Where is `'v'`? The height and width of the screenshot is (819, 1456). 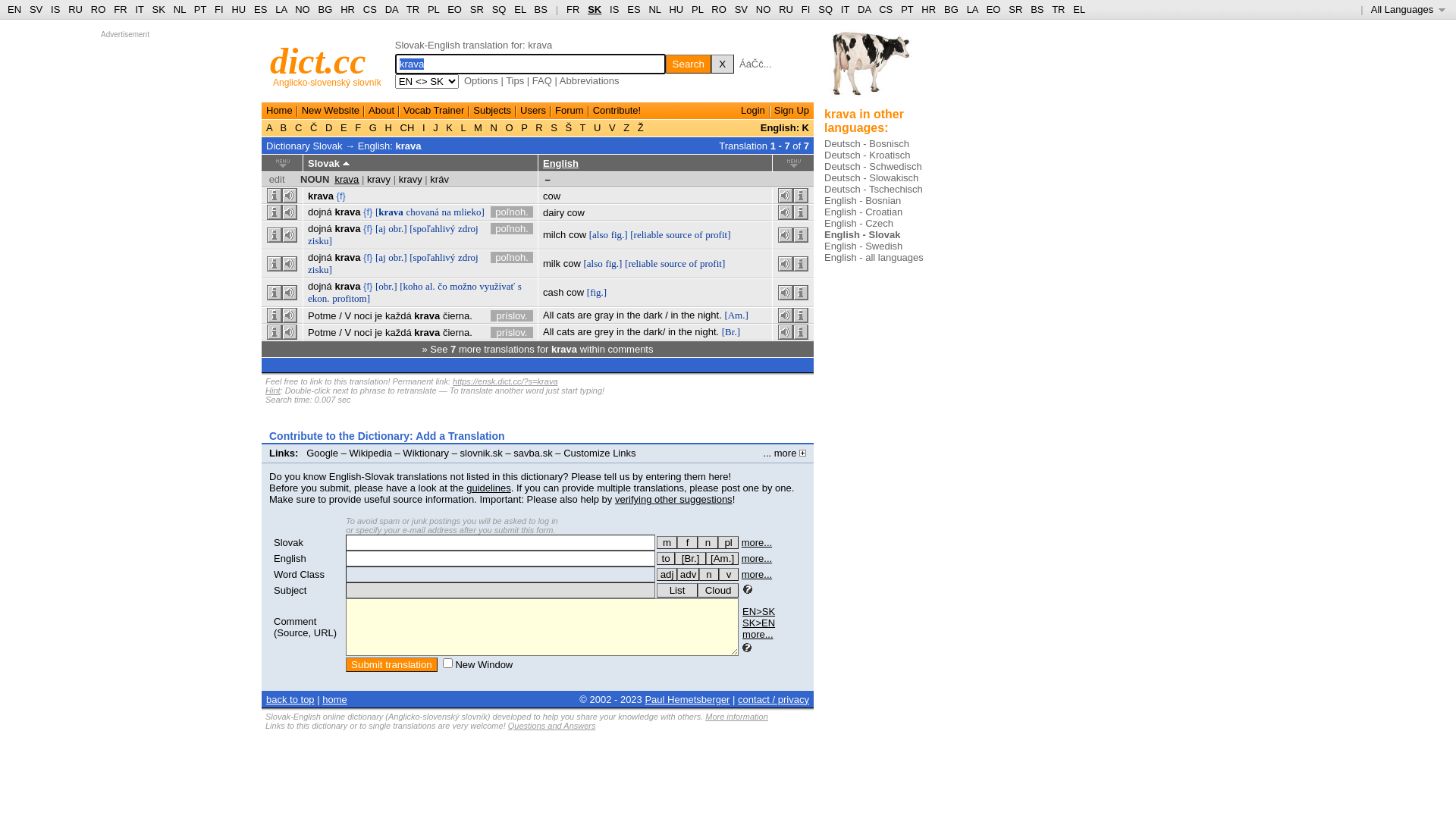 'v' is located at coordinates (718, 574).